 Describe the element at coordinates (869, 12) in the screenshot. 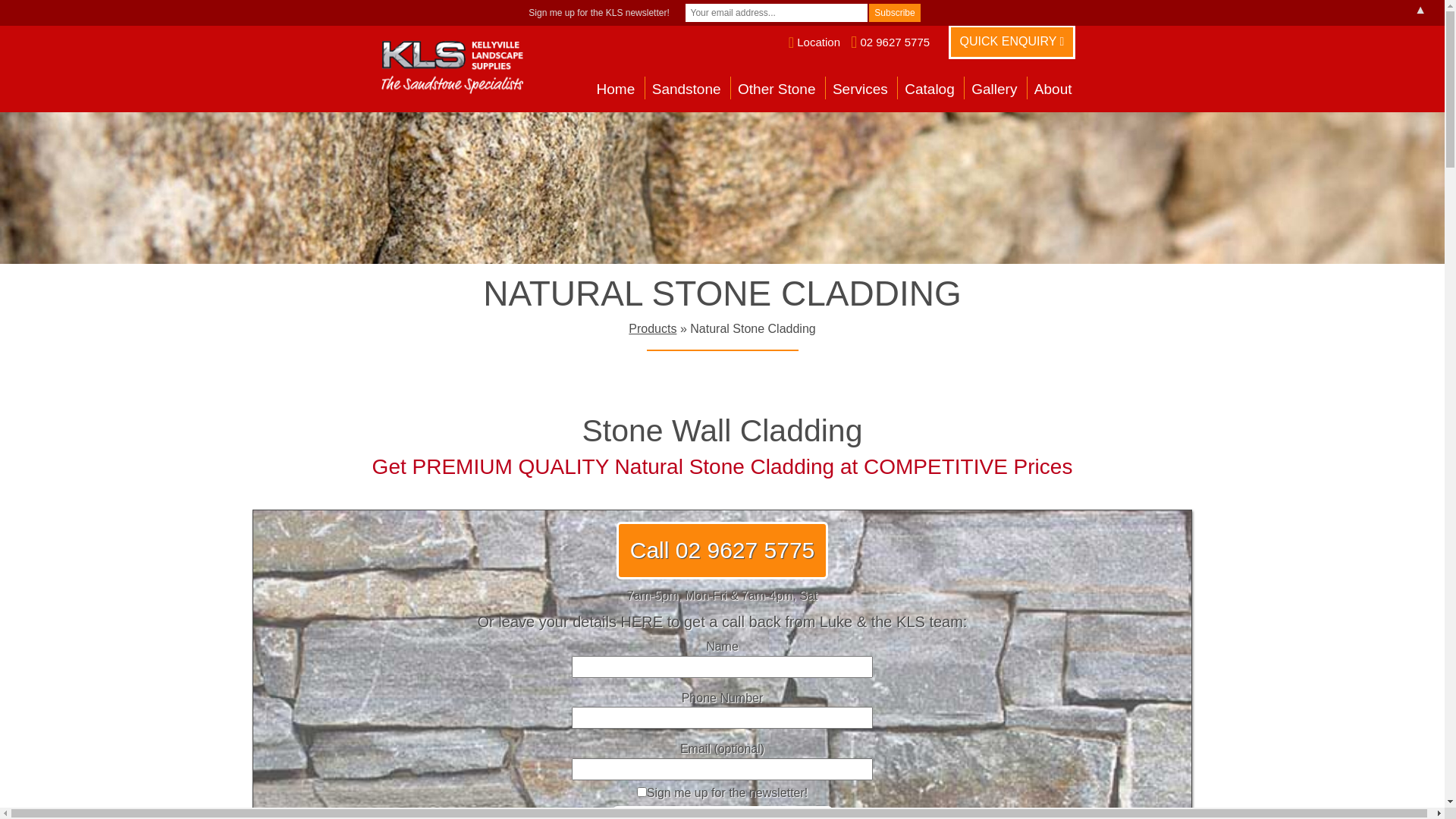

I see `'Subscribe'` at that location.